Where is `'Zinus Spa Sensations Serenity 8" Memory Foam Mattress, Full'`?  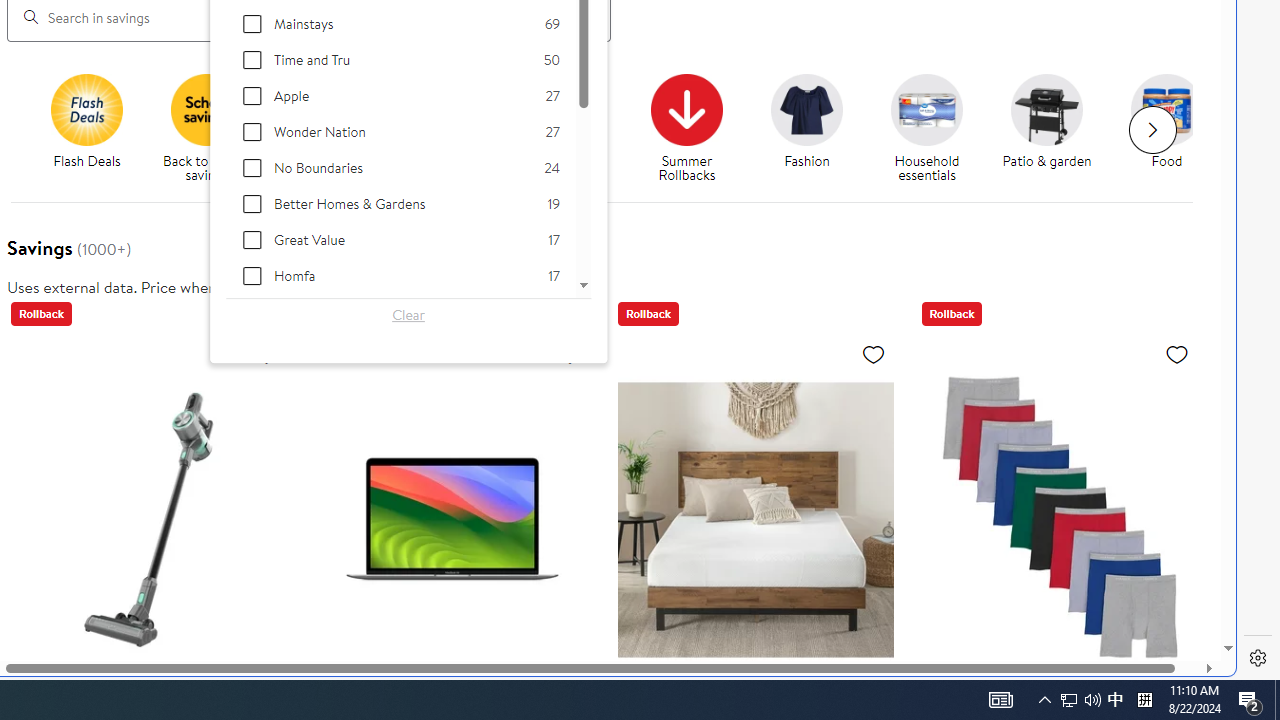 'Zinus Spa Sensations Serenity 8" Memory Foam Mattress, Full' is located at coordinates (754, 518).